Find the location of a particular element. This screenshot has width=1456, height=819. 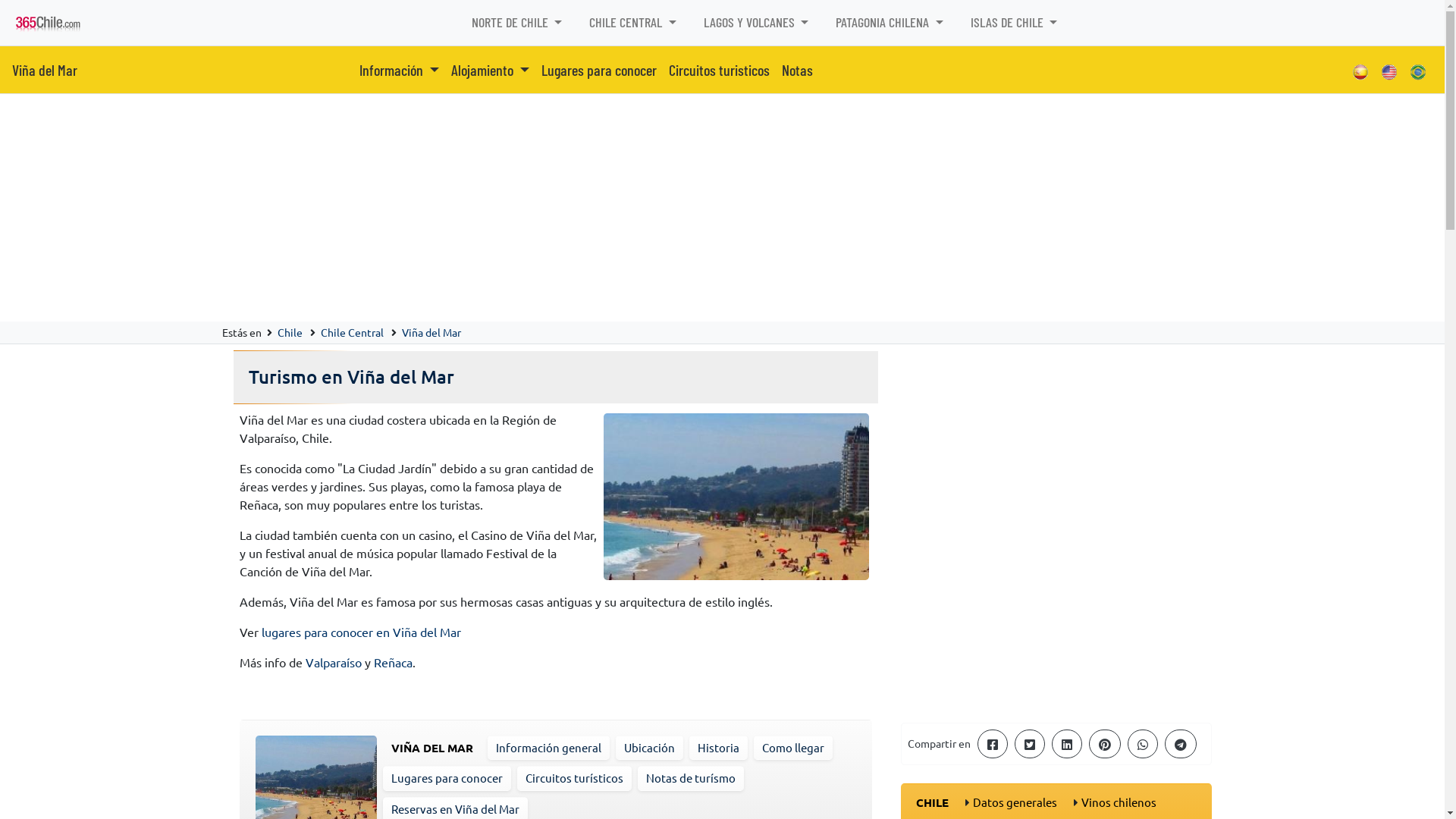

'Como llegar' is located at coordinates (792, 746).